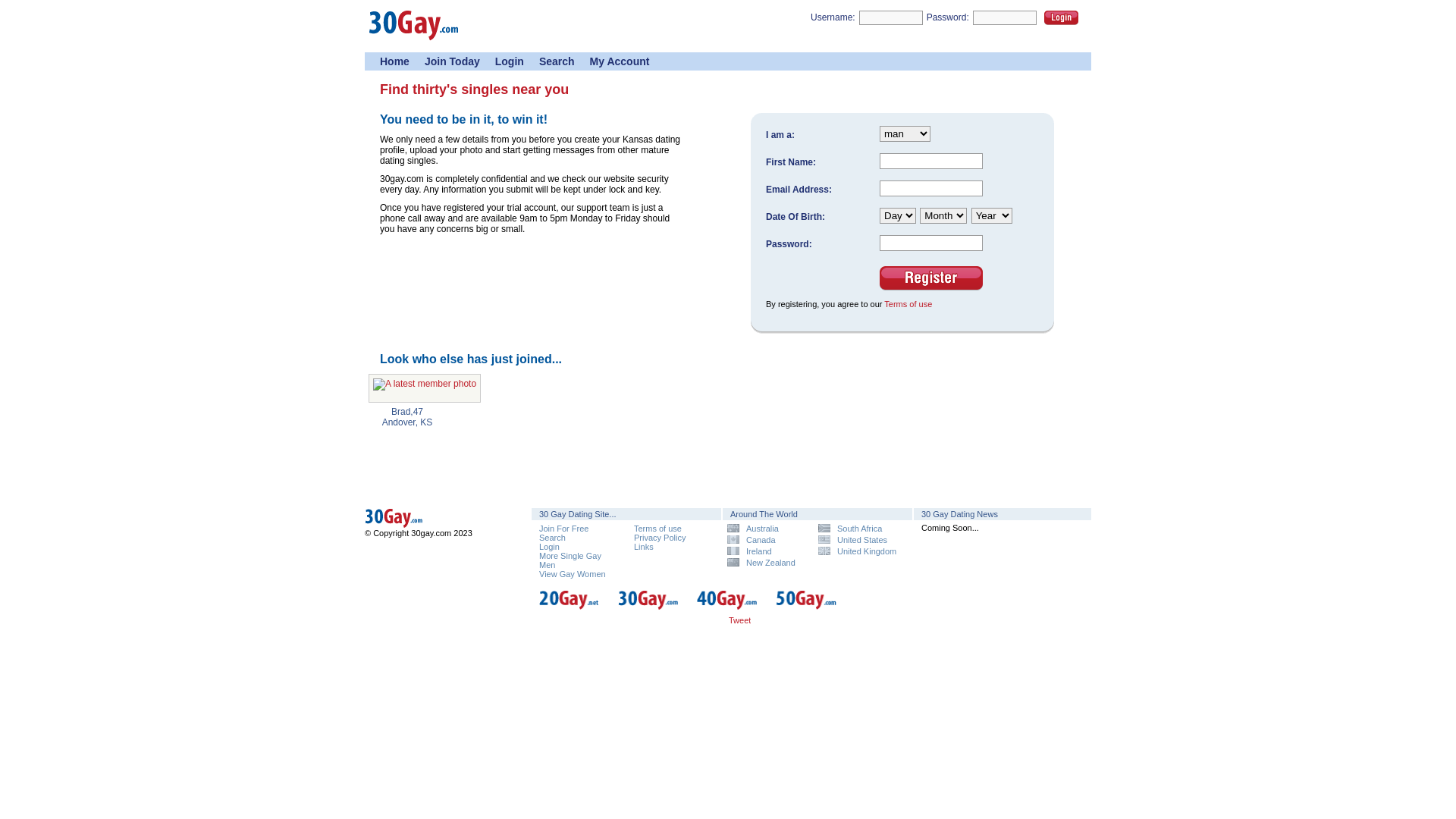 The image size is (1456, 819). Describe the element at coordinates (394, 61) in the screenshot. I see `'Home'` at that location.